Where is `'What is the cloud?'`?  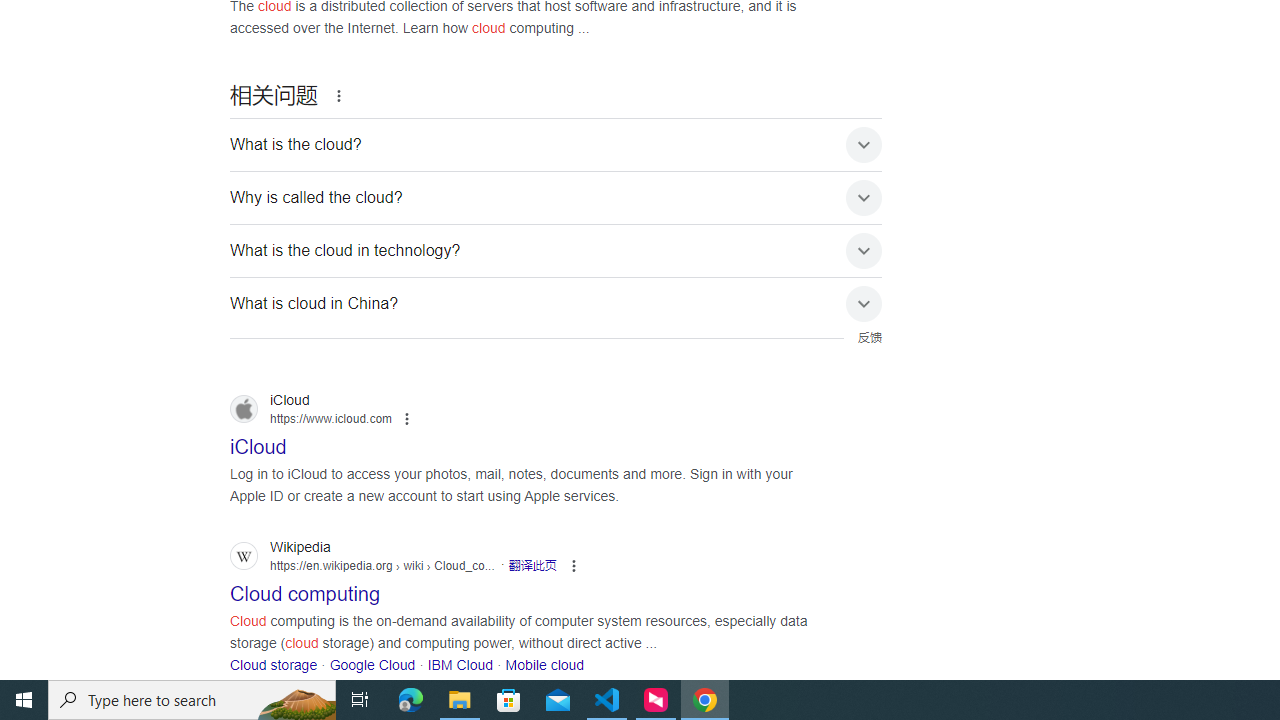
'What is the cloud?' is located at coordinates (556, 144).